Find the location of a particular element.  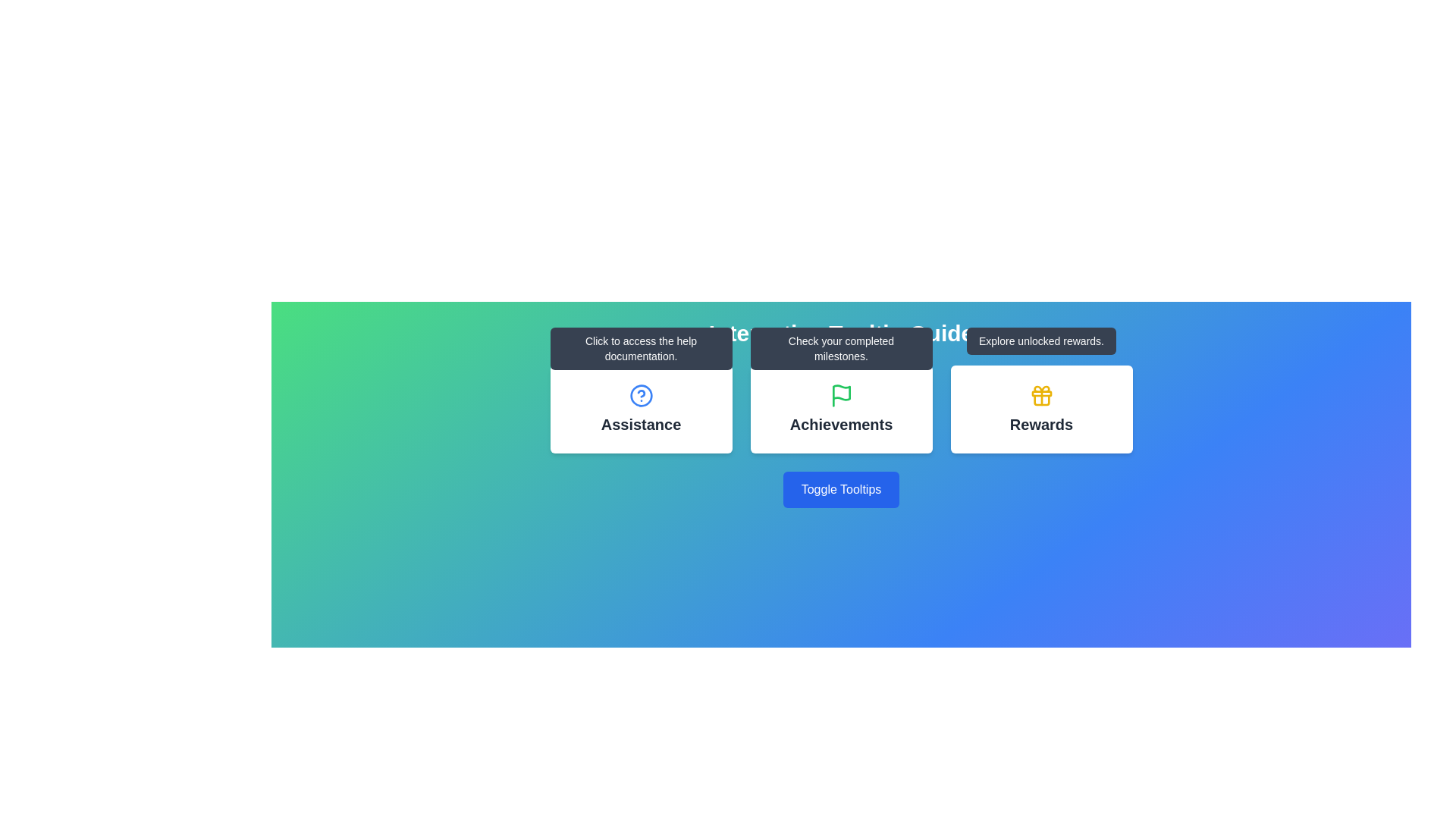

information displayed in the tooltip above the 'Achievements' section, which is indicated by a green flag icon and the text 'Achievements' below it is located at coordinates (840, 348).